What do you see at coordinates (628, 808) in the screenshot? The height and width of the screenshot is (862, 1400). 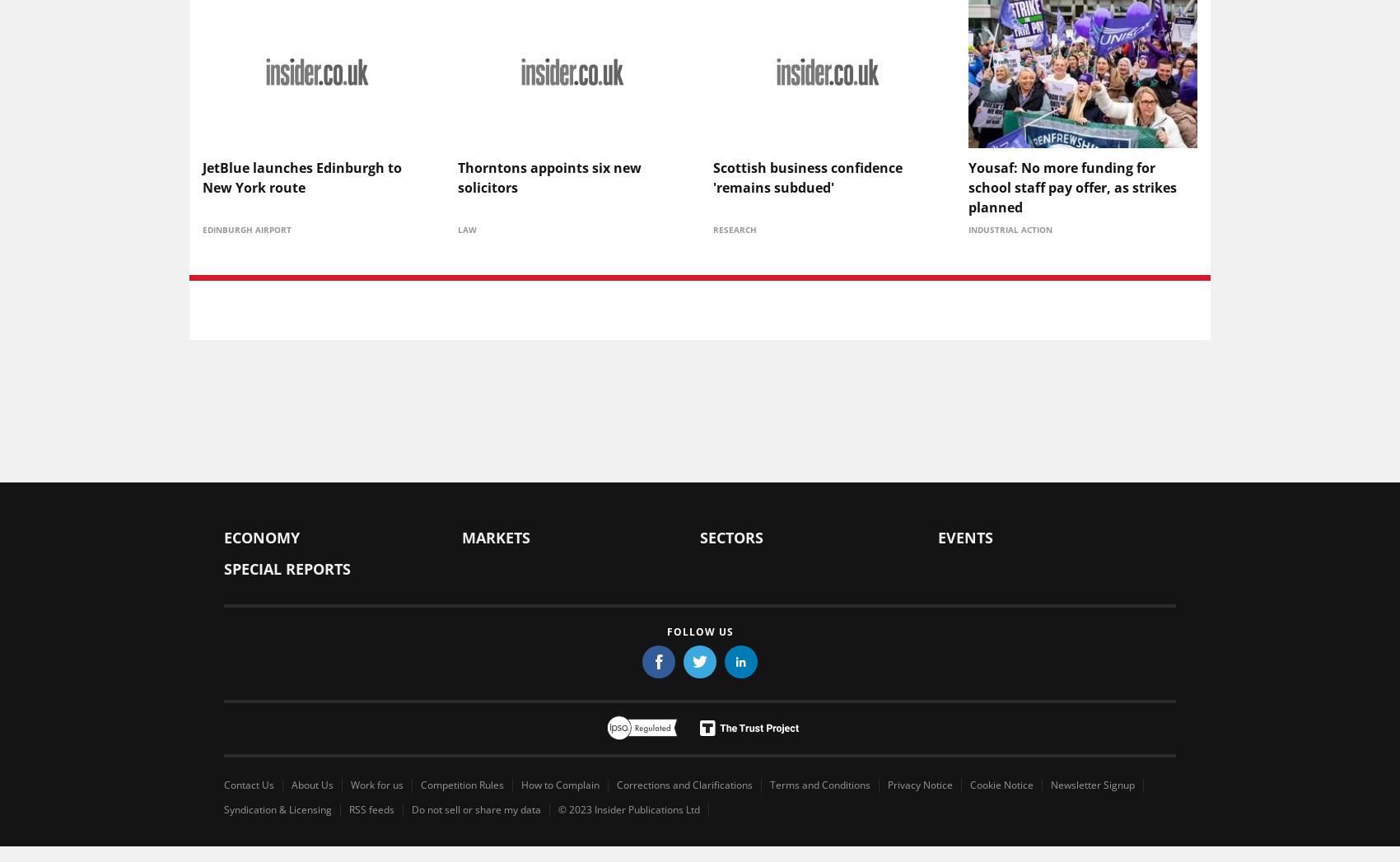 I see `'© 2023 Insider Publications Ltd'` at bounding box center [628, 808].